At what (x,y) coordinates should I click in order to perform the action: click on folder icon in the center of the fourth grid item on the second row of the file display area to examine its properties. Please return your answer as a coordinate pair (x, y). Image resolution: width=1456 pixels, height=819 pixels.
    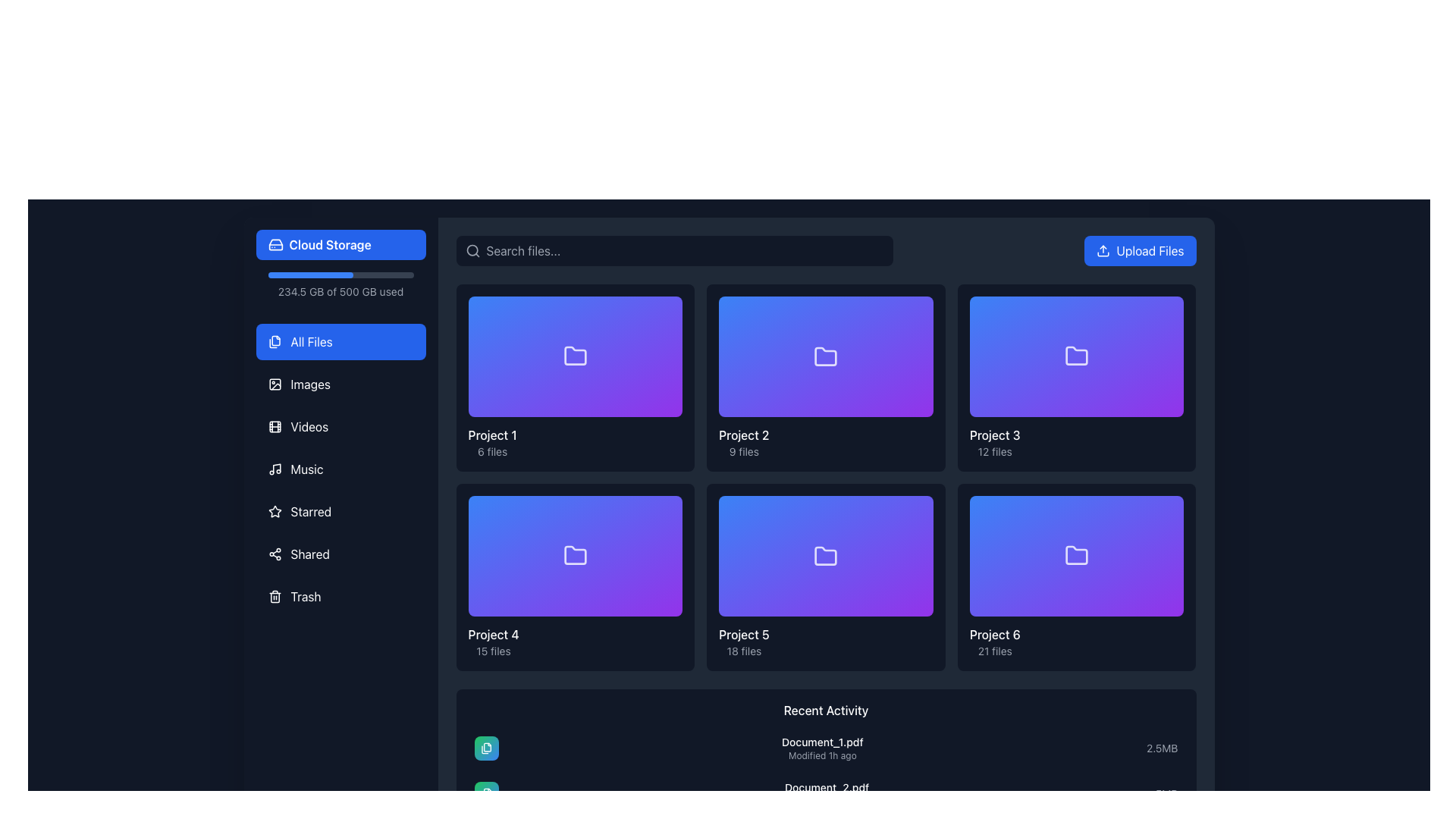
    Looking at the image, I should click on (574, 556).